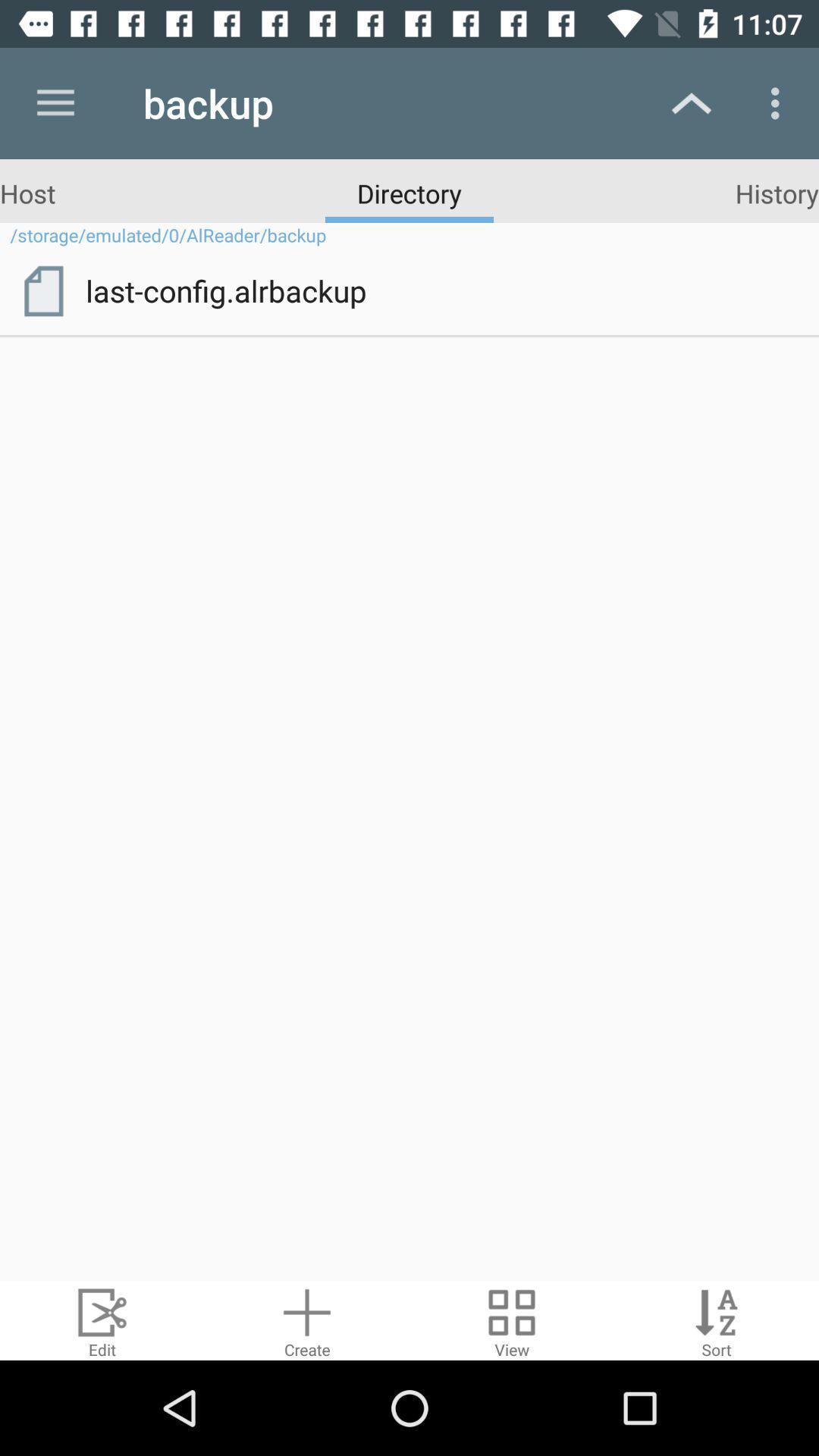 The width and height of the screenshot is (819, 1456). Describe the element at coordinates (102, 1319) in the screenshot. I see `edit` at that location.